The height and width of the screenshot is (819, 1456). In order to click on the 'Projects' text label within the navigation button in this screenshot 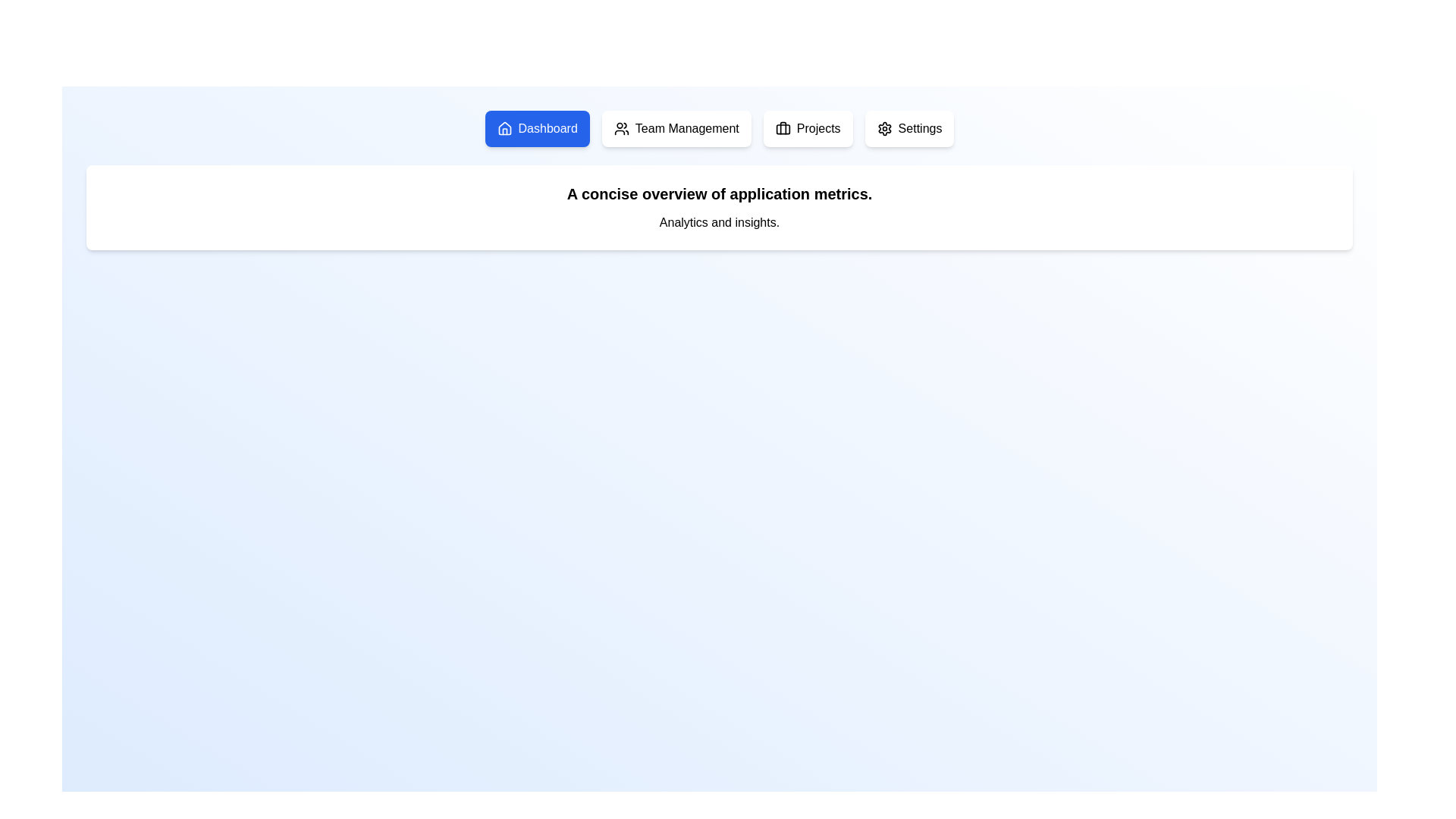, I will do `click(817, 127)`.